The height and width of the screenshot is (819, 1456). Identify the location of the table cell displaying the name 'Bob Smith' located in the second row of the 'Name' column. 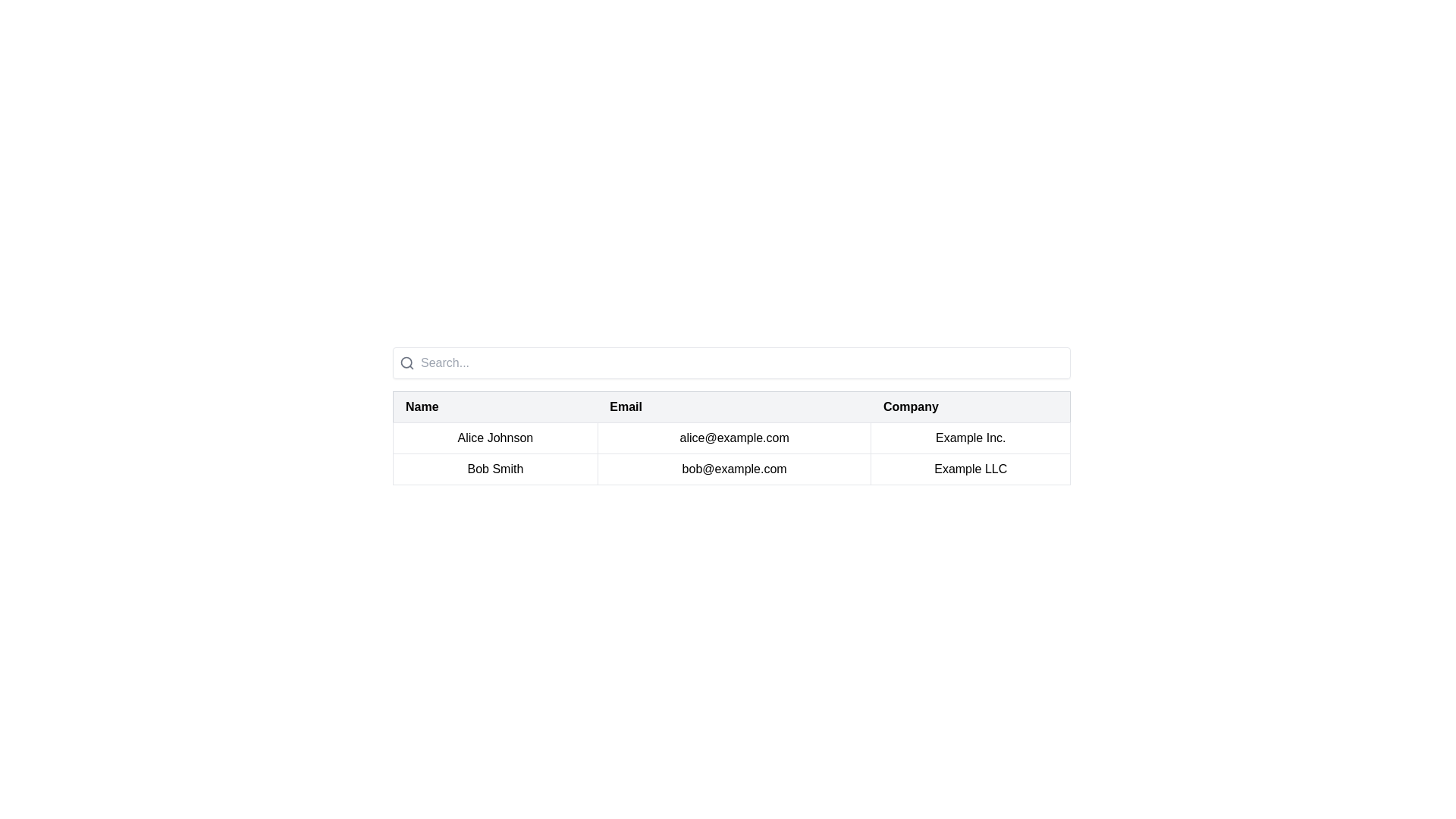
(495, 468).